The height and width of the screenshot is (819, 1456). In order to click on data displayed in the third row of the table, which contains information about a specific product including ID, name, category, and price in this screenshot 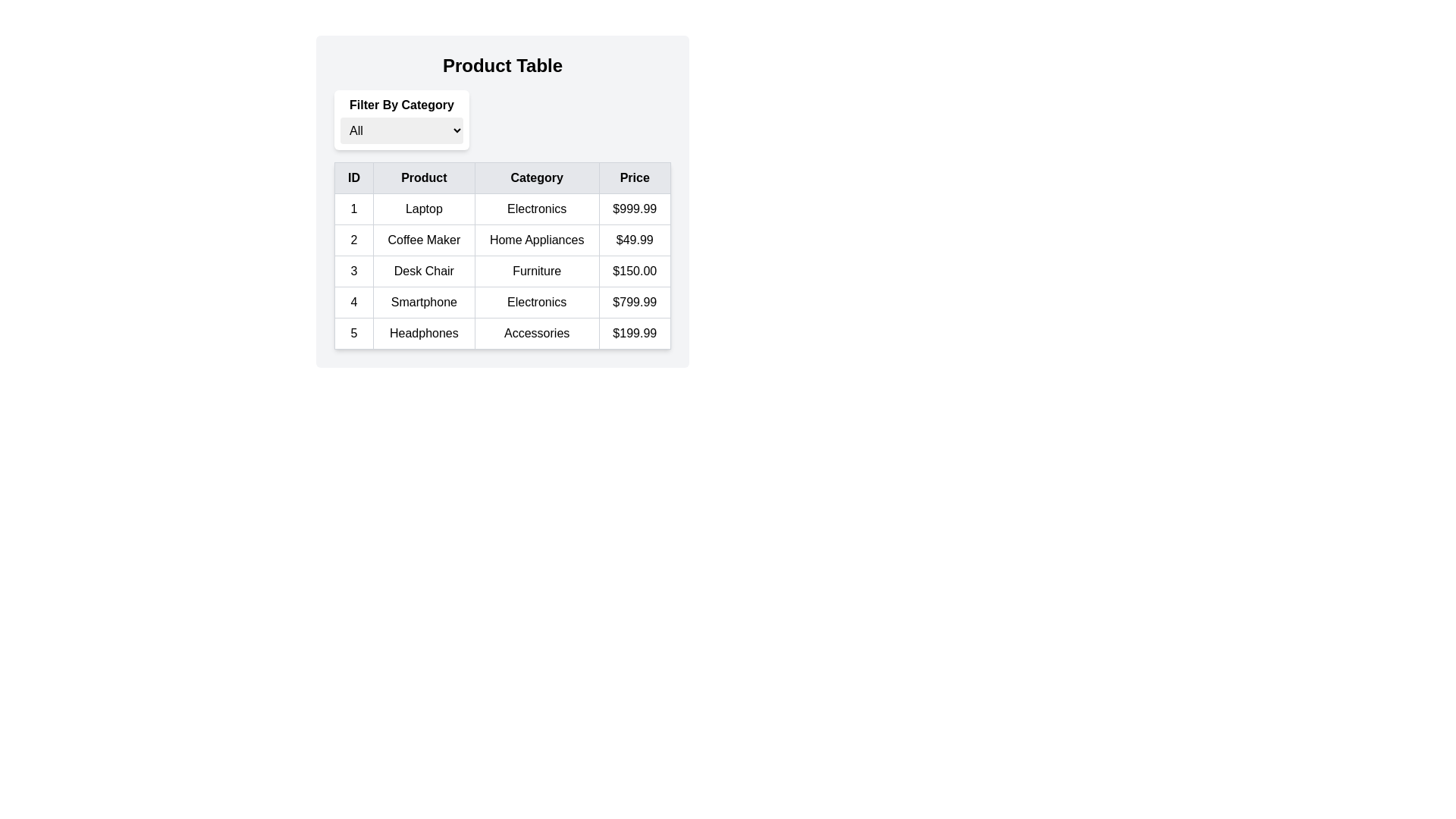, I will do `click(502, 271)`.